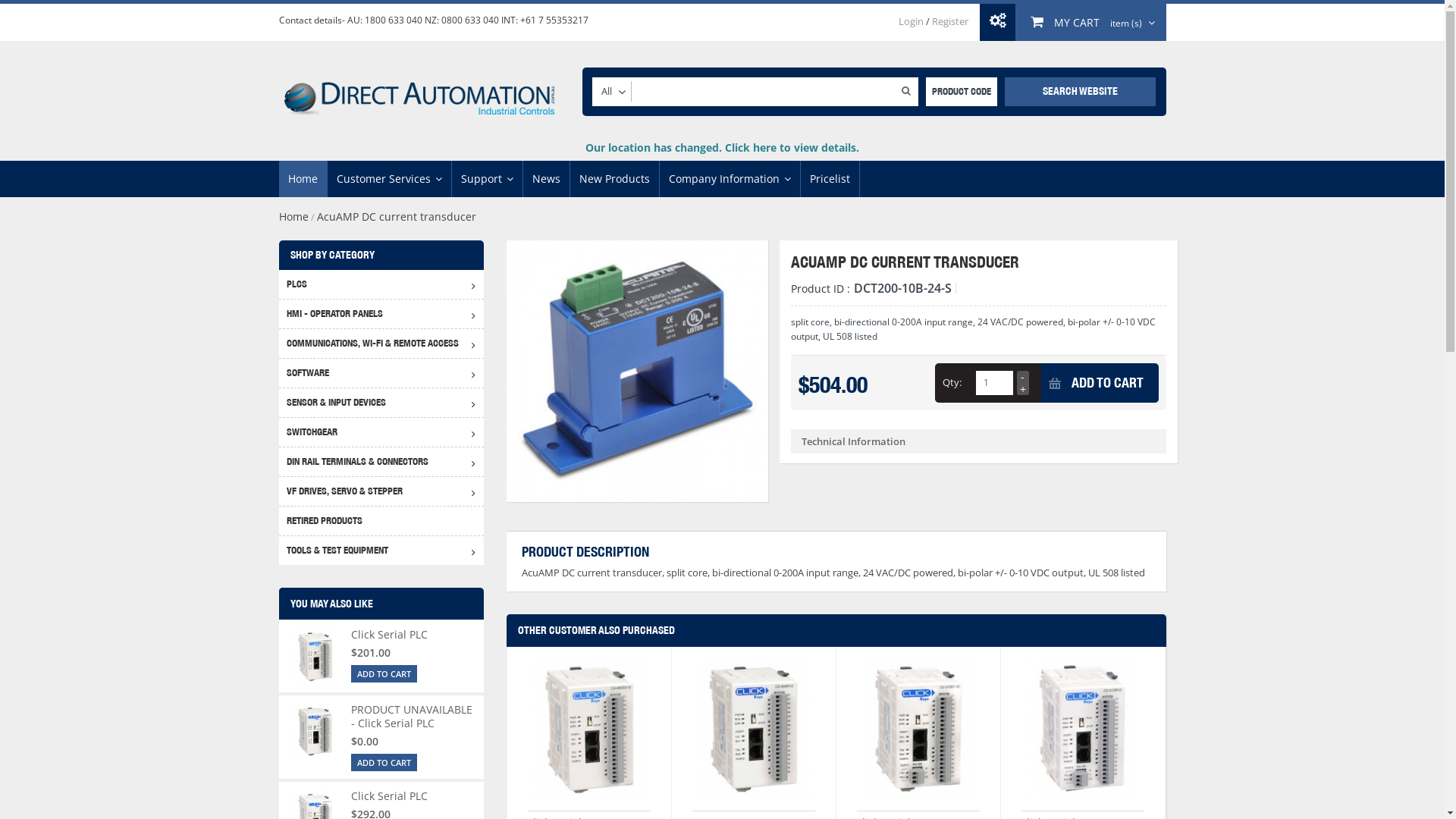 The height and width of the screenshot is (819, 1456). What do you see at coordinates (553, 20) in the screenshot?
I see `'+61 7 55353217'` at bounding box center [553, 20].